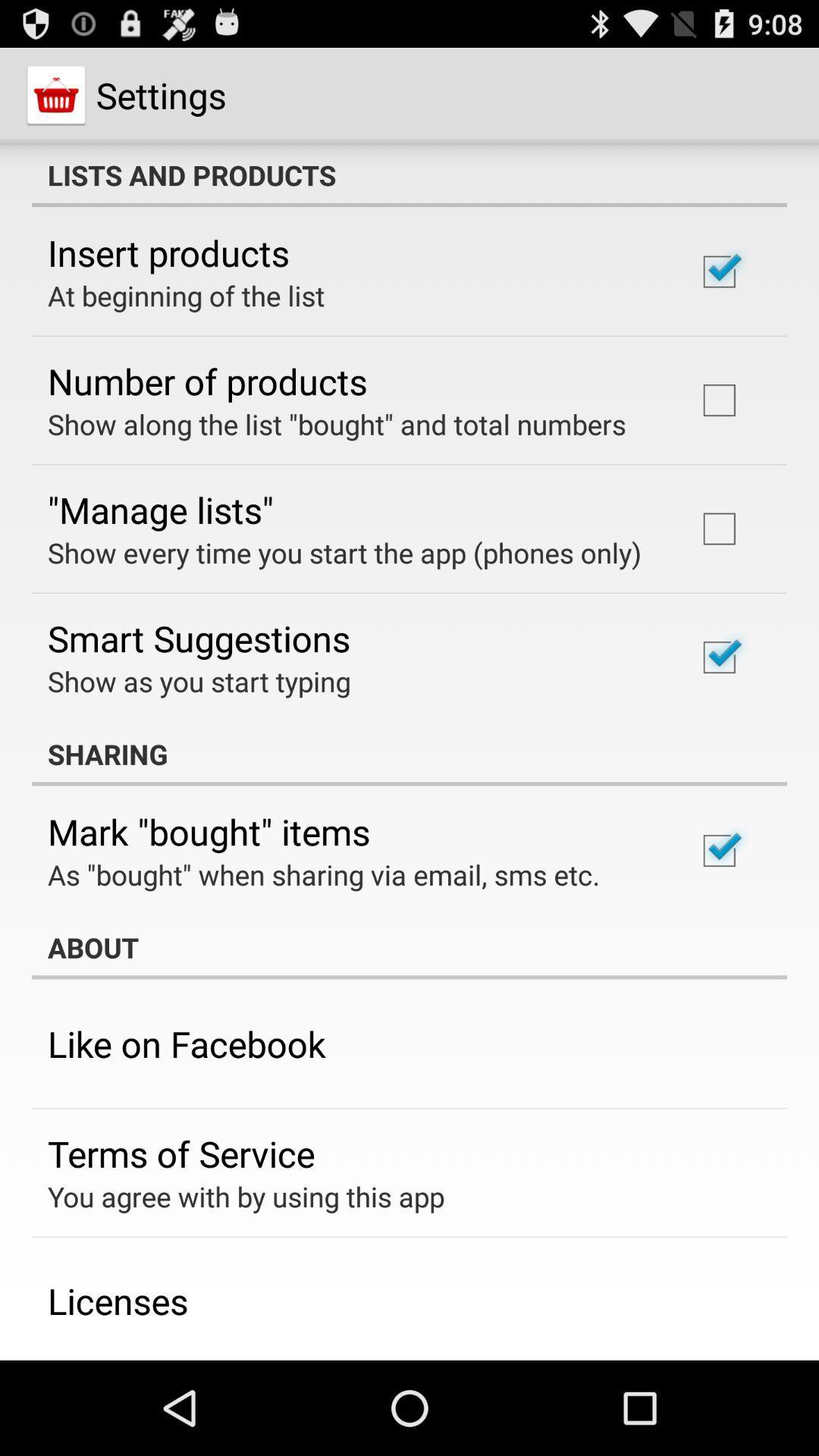  What do you see at coordinates (245, 1196) in the screenshot?
I see `icon below terms of service` at bounding box center [245, 1196].